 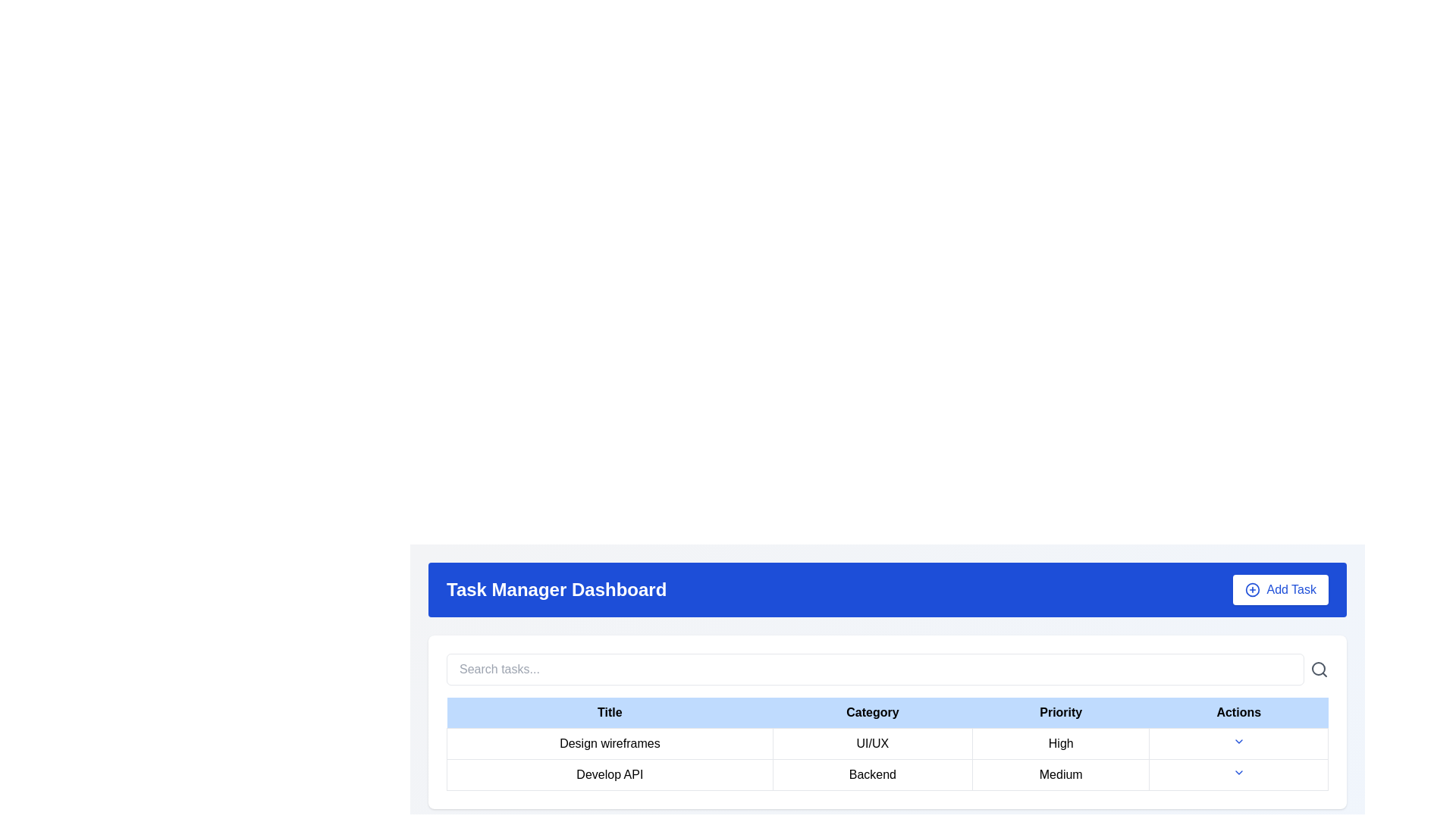 I want to click on the Graphical Circle located in the top-right corner of the dashboard header, which visually indicates an action, so click(x=1253, y=589).